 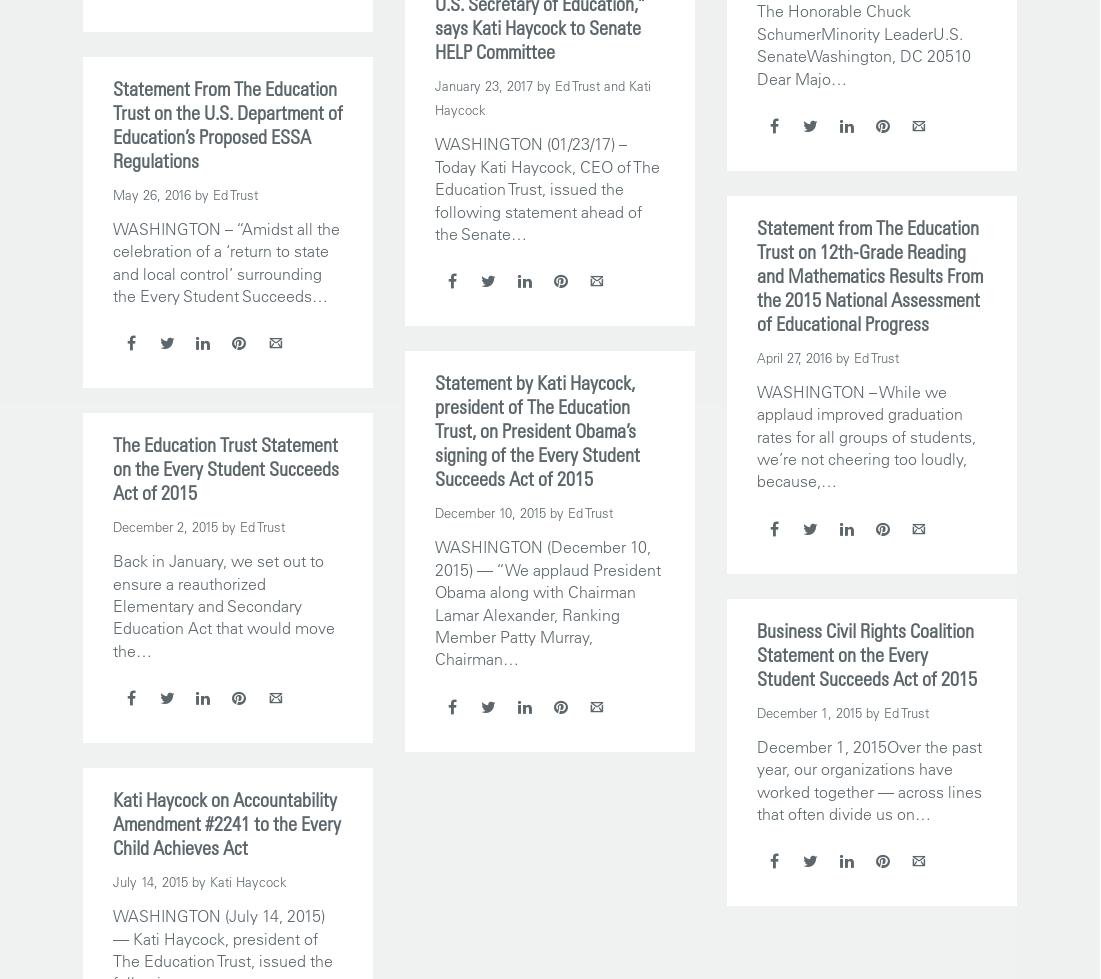 I want to click on 'December 1, 2015Over the past year, our organizations have worked together — across lines that often divide us on…', so click(x=867, y=778).